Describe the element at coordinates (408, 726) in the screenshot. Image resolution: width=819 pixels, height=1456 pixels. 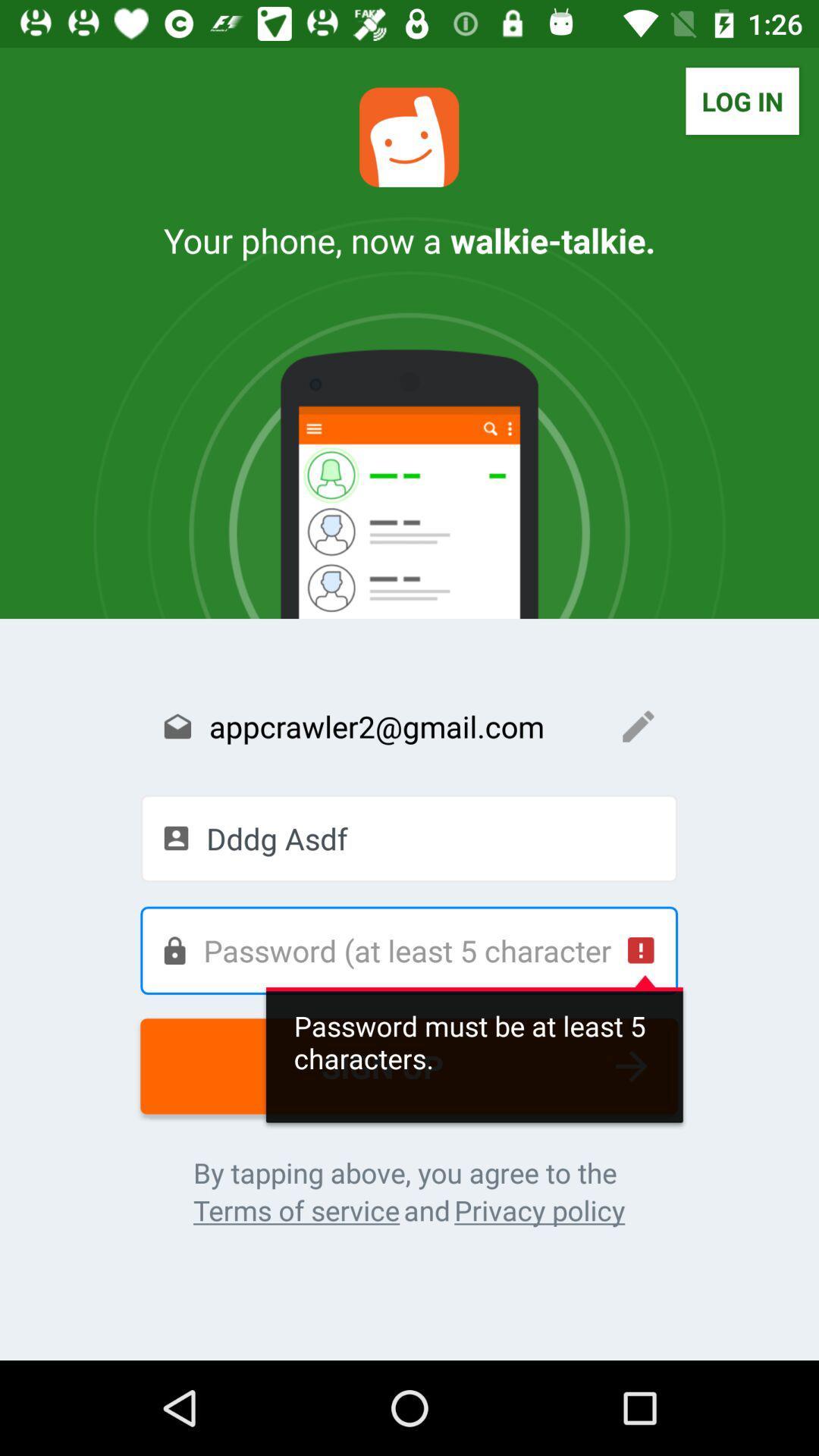
I see `appcrawler2@gmail.com item` at that location.